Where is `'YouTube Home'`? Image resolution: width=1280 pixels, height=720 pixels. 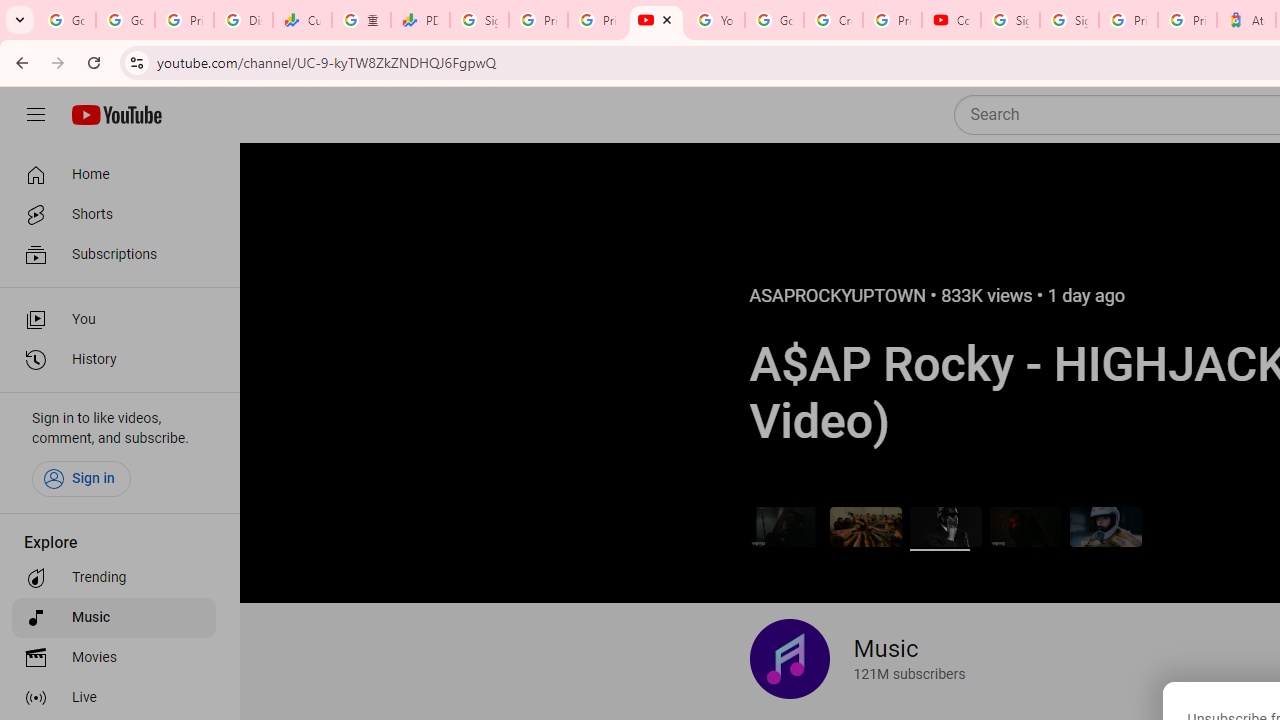 'YouTube Home' is located at coordinates (115, 115).